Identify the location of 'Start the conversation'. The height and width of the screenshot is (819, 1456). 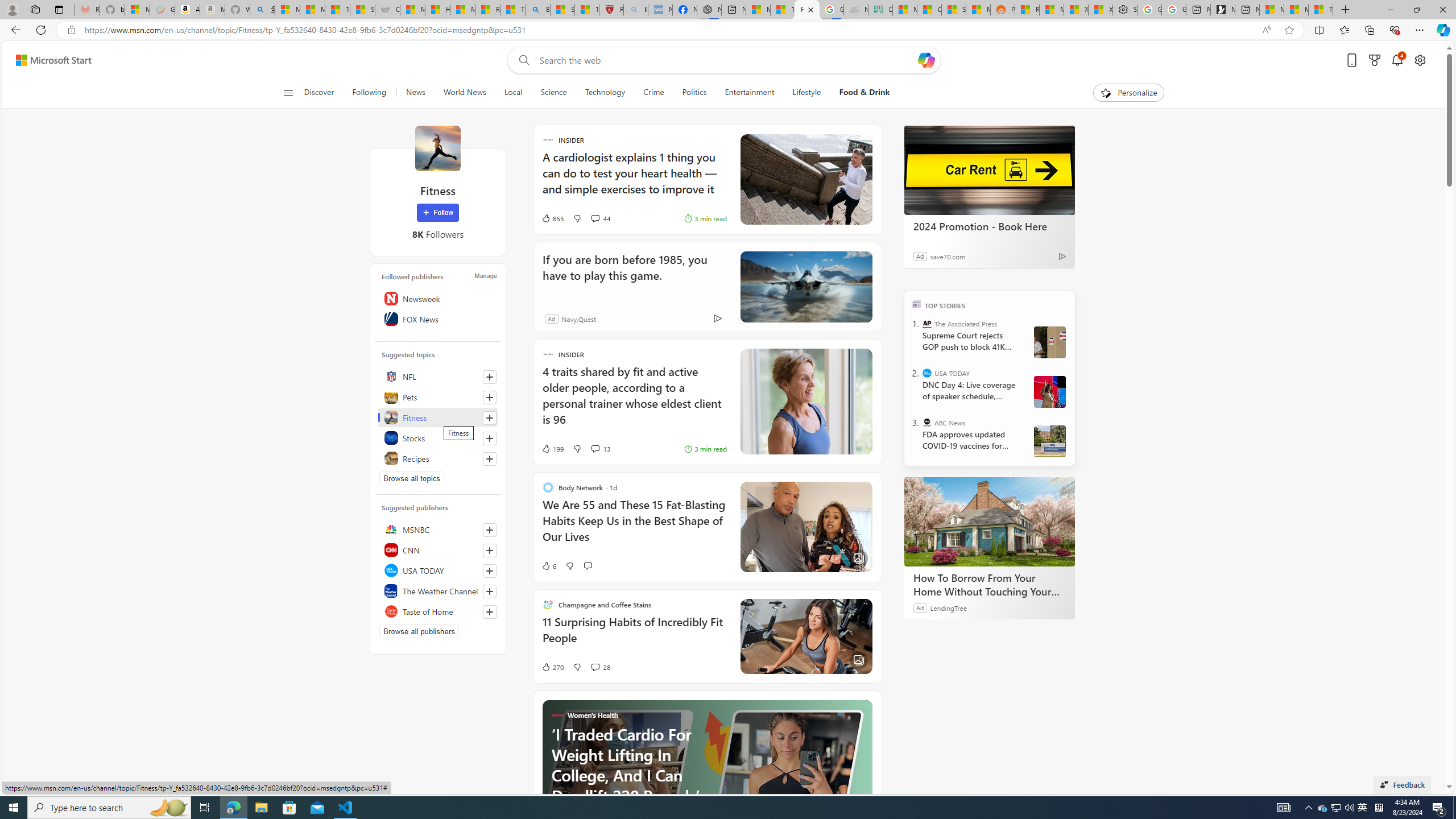
(586, 566).